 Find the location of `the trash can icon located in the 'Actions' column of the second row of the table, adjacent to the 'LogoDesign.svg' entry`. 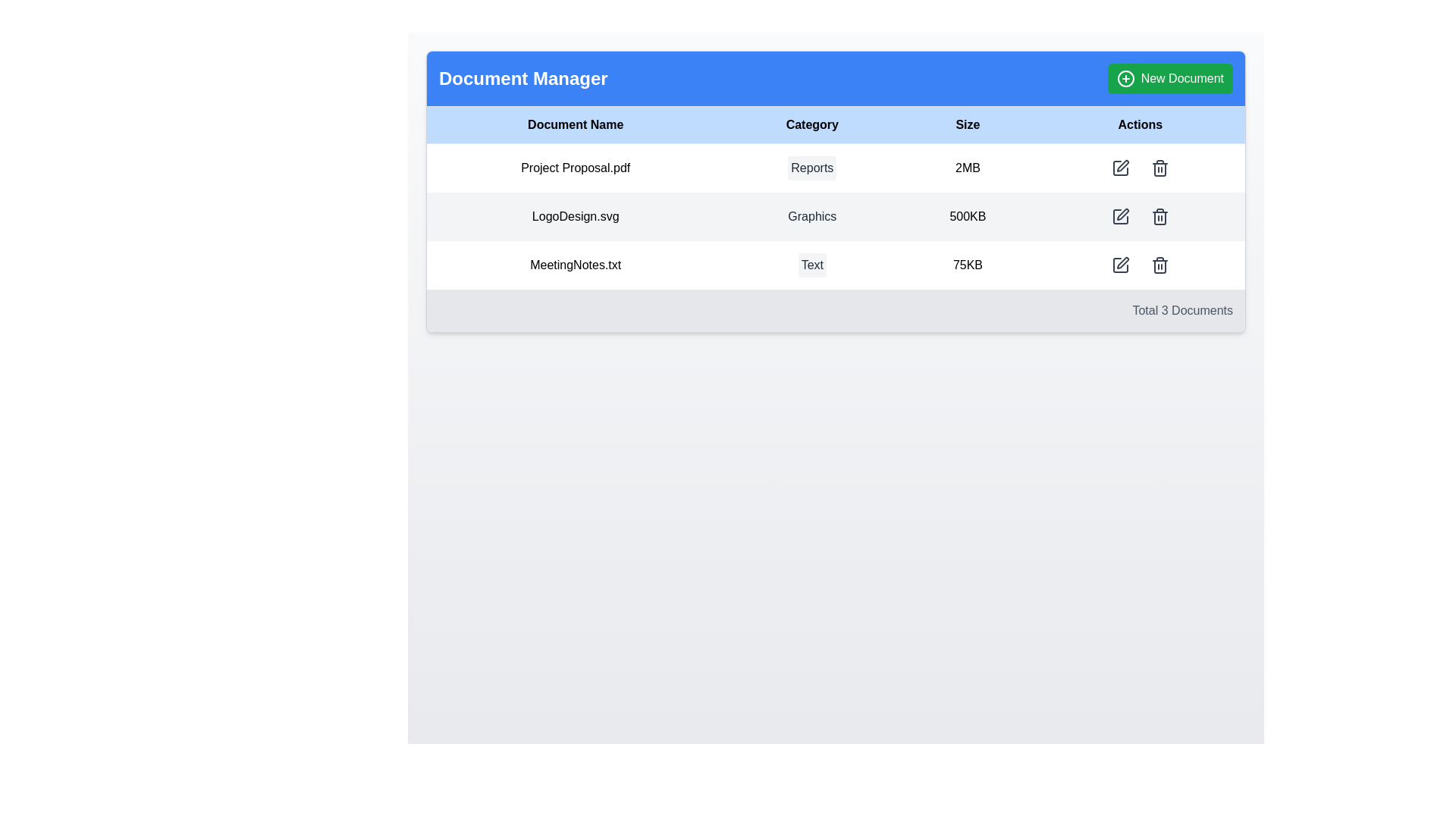

the trash can icon located in the 'Actions' column of the second row of the table, adjacent to the 'LogoDesign.svg' entry is located at coordinates (1159, 216).